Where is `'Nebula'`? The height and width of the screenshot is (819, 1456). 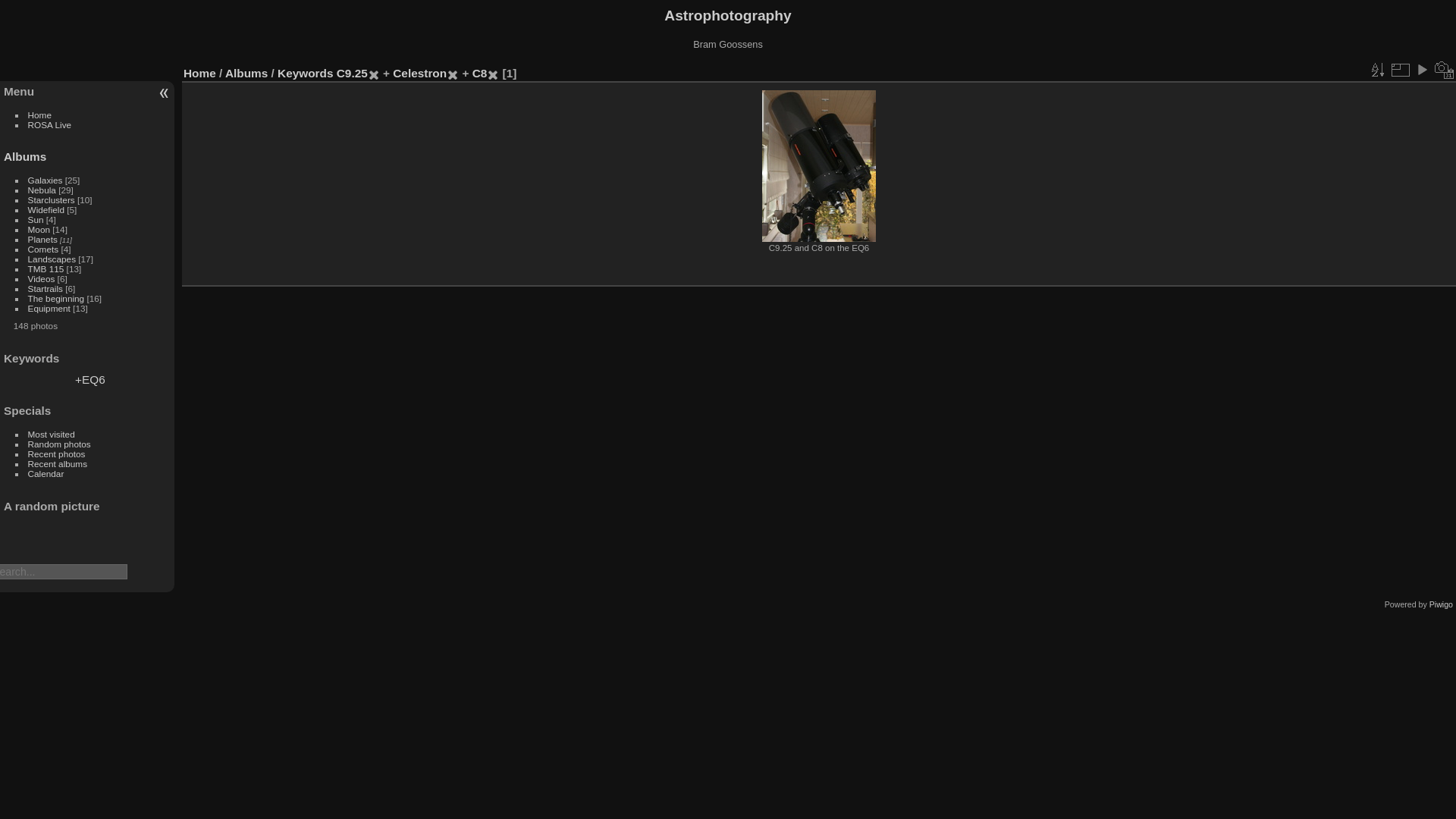
'Nebula' is located at coordinates (28, 189).